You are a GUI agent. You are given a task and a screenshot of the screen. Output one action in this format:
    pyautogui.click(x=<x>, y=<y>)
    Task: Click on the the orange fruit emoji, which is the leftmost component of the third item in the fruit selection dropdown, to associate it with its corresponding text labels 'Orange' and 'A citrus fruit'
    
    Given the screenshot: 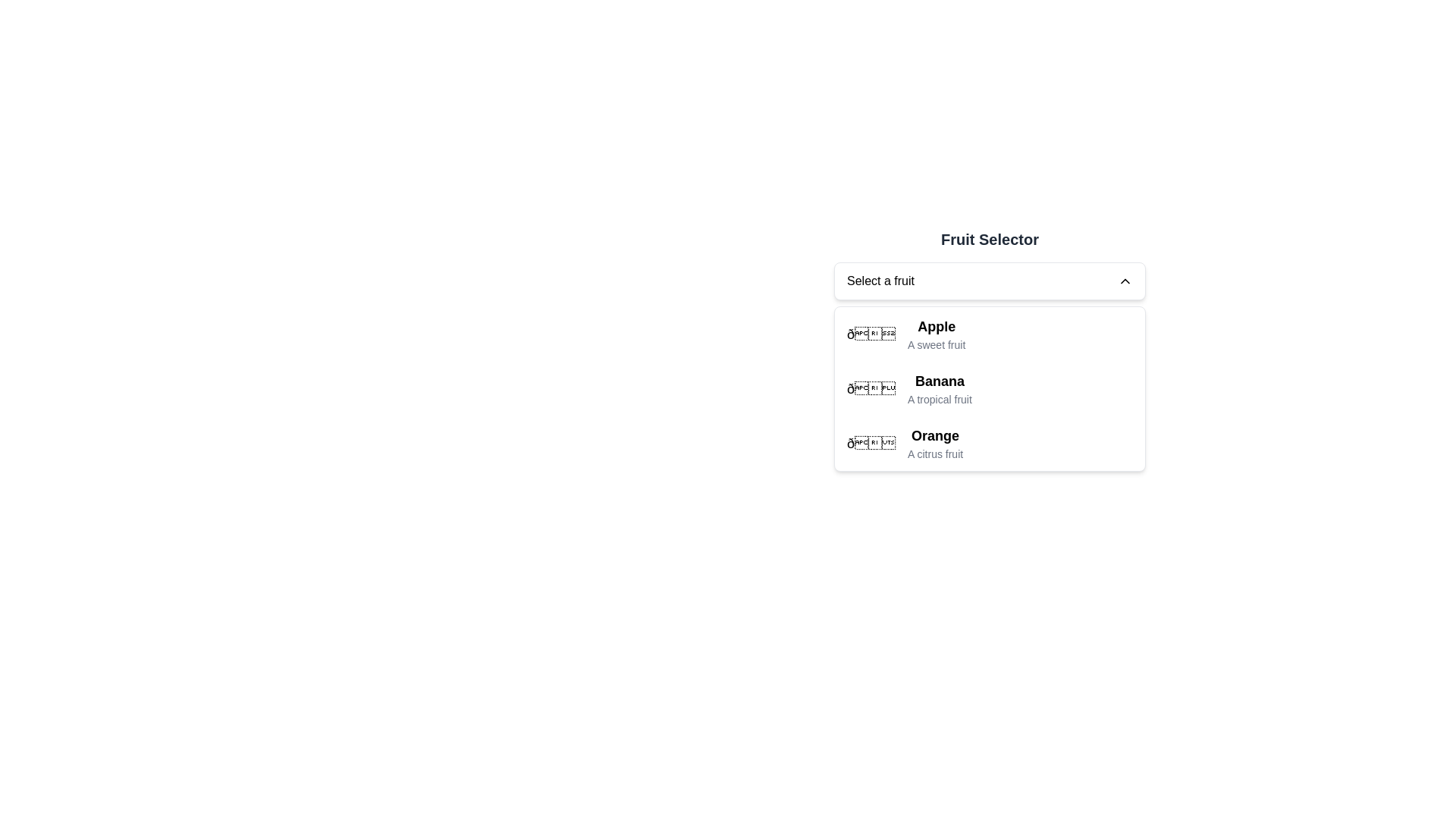 What is the action you would take?
    pyautogui.click(x=877, y=444)
    